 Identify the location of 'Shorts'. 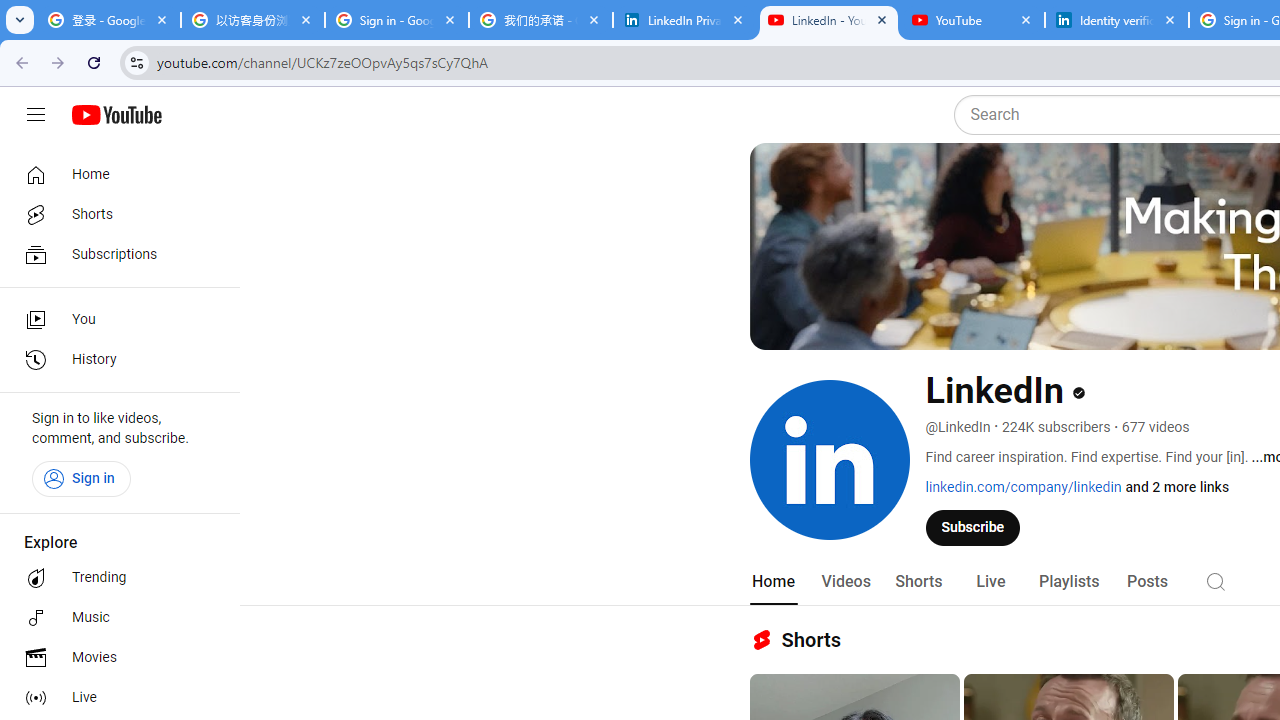
(917, 581).